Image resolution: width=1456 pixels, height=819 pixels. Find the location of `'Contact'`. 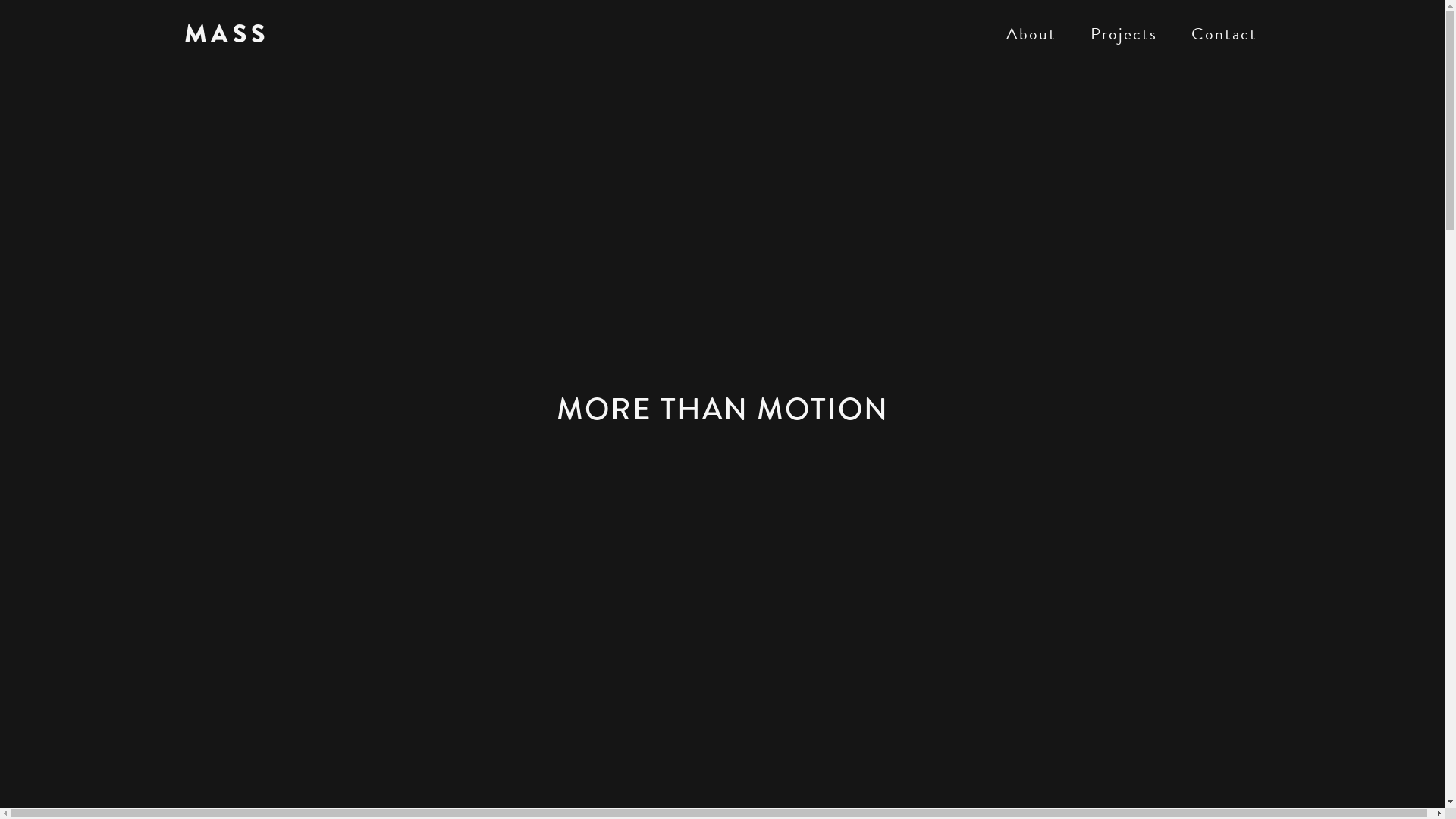

'Contact' is located at coordinates (1223, 34).